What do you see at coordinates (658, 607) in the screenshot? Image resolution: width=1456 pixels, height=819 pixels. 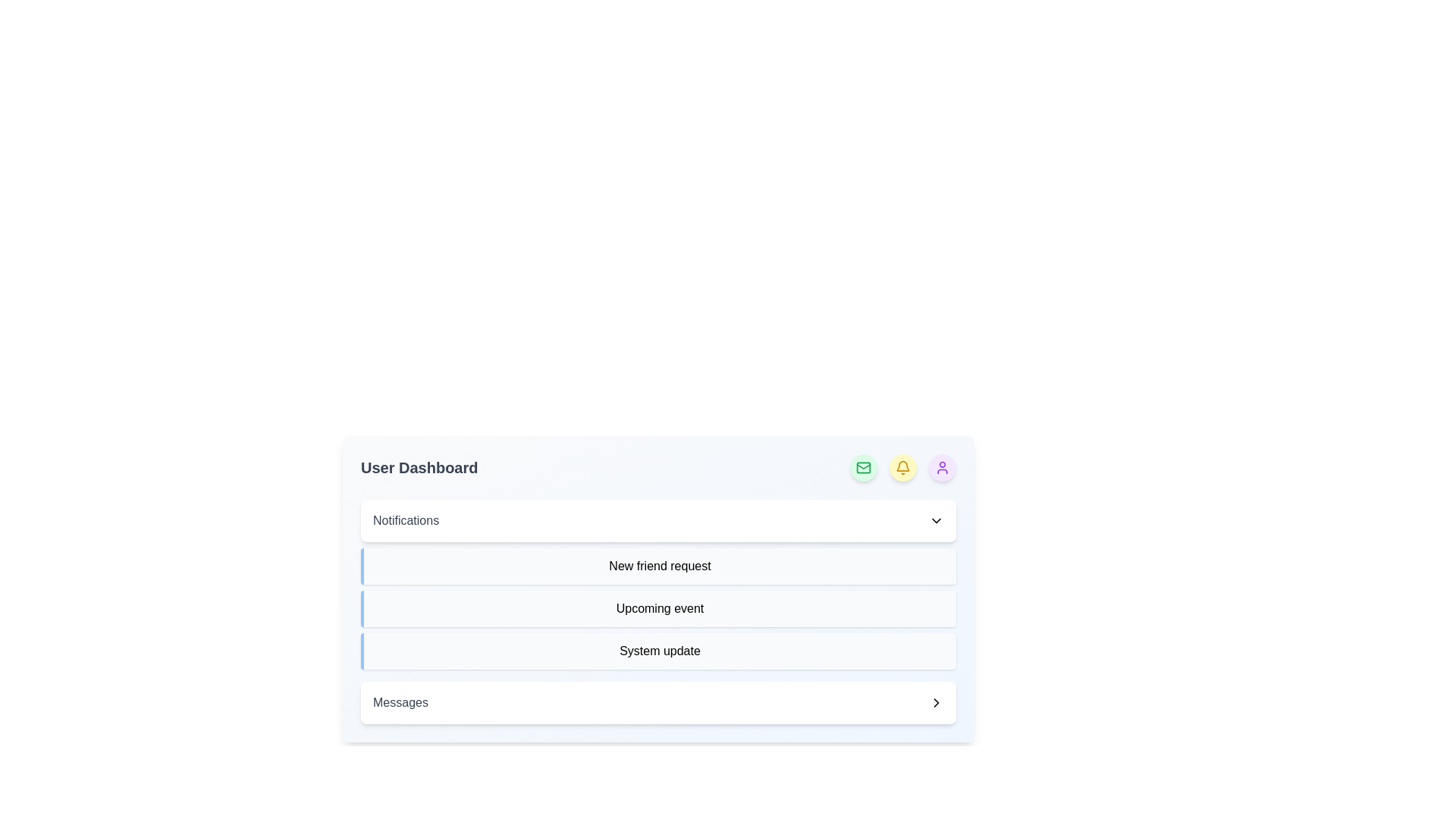 I see `the second notification text label in the 'Notifications' section that informs the user about an upcoming event` at bounding box center [658, 607].